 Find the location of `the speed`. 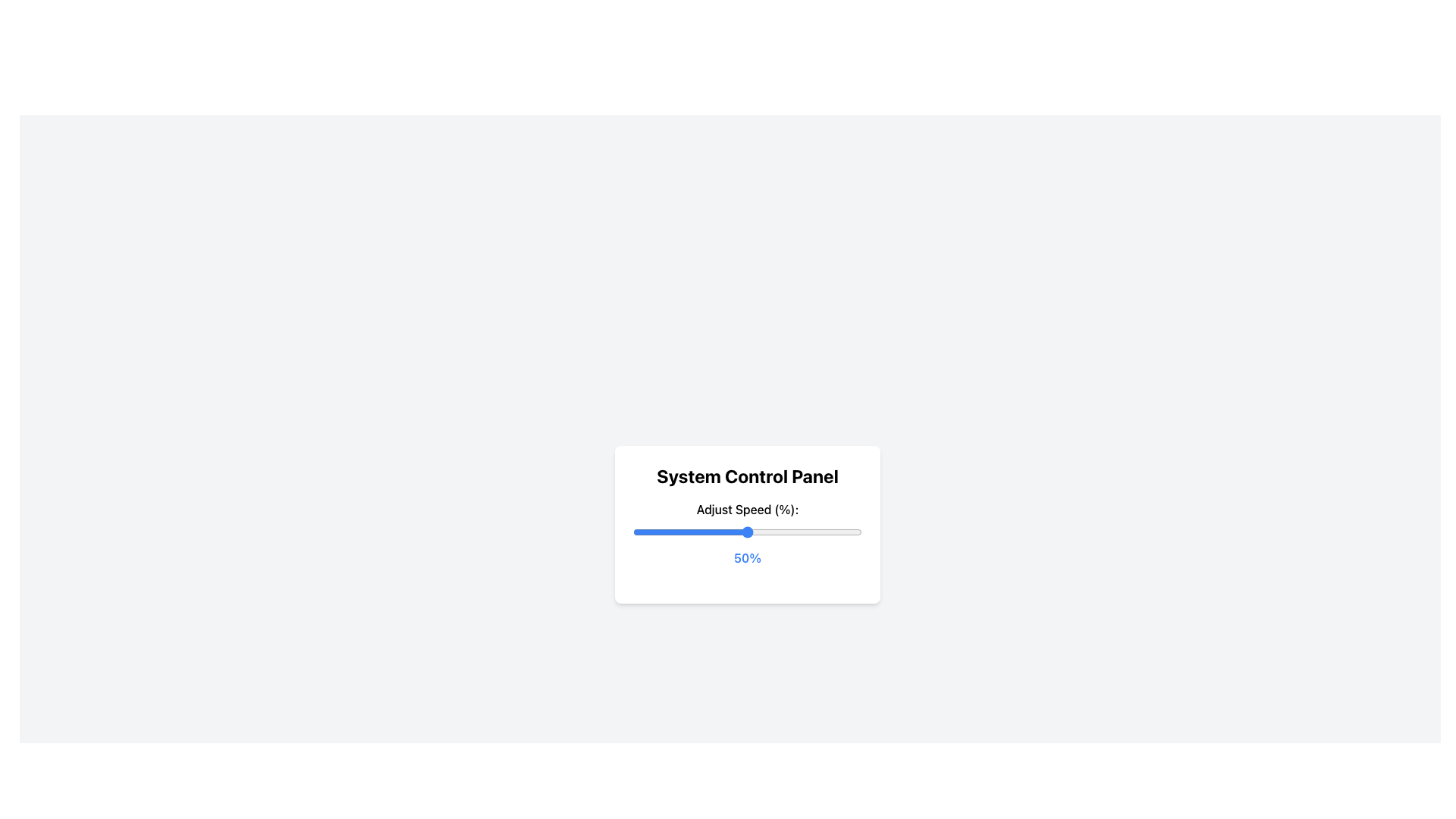

the speed is located at coordinates (759, 532).